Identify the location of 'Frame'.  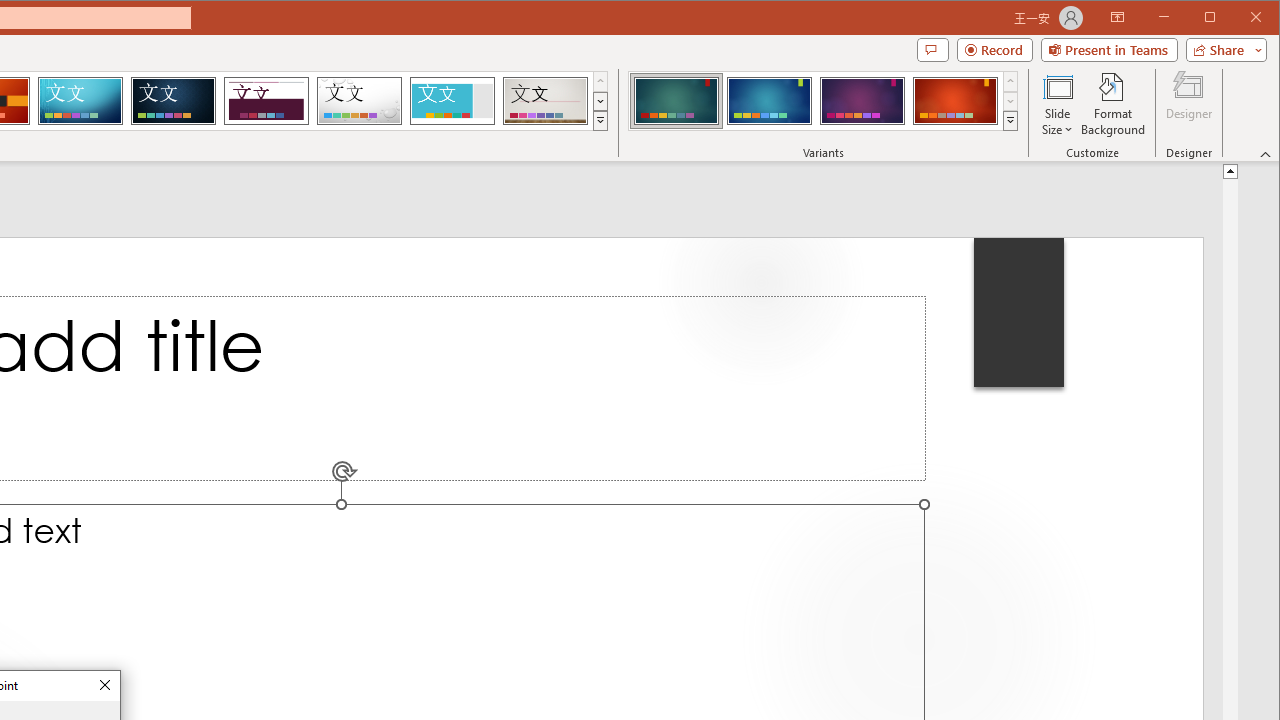
(451, 100).